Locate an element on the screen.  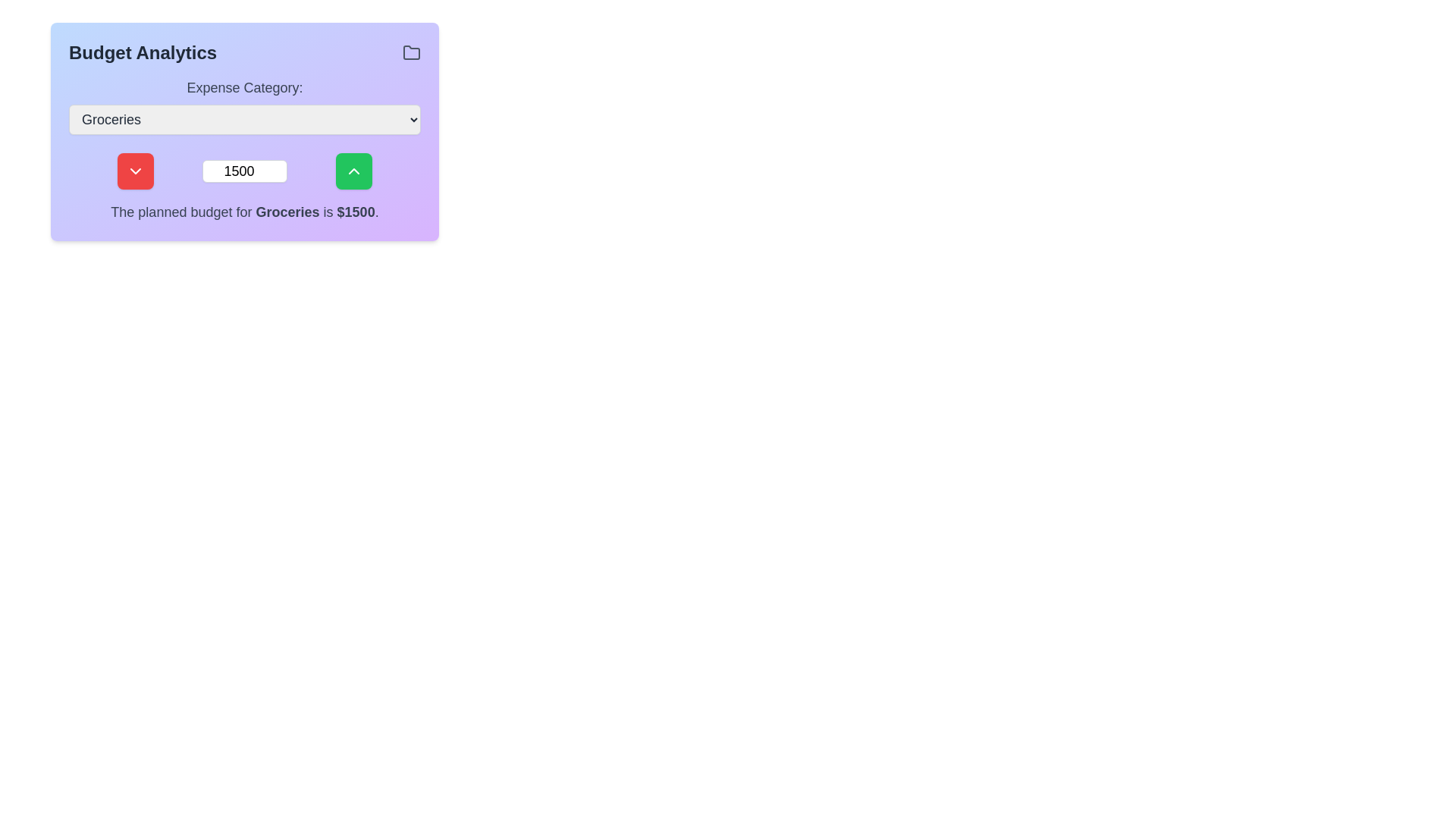
the increment button located to the right of the numerical input field is located at coordinates (353, 171).